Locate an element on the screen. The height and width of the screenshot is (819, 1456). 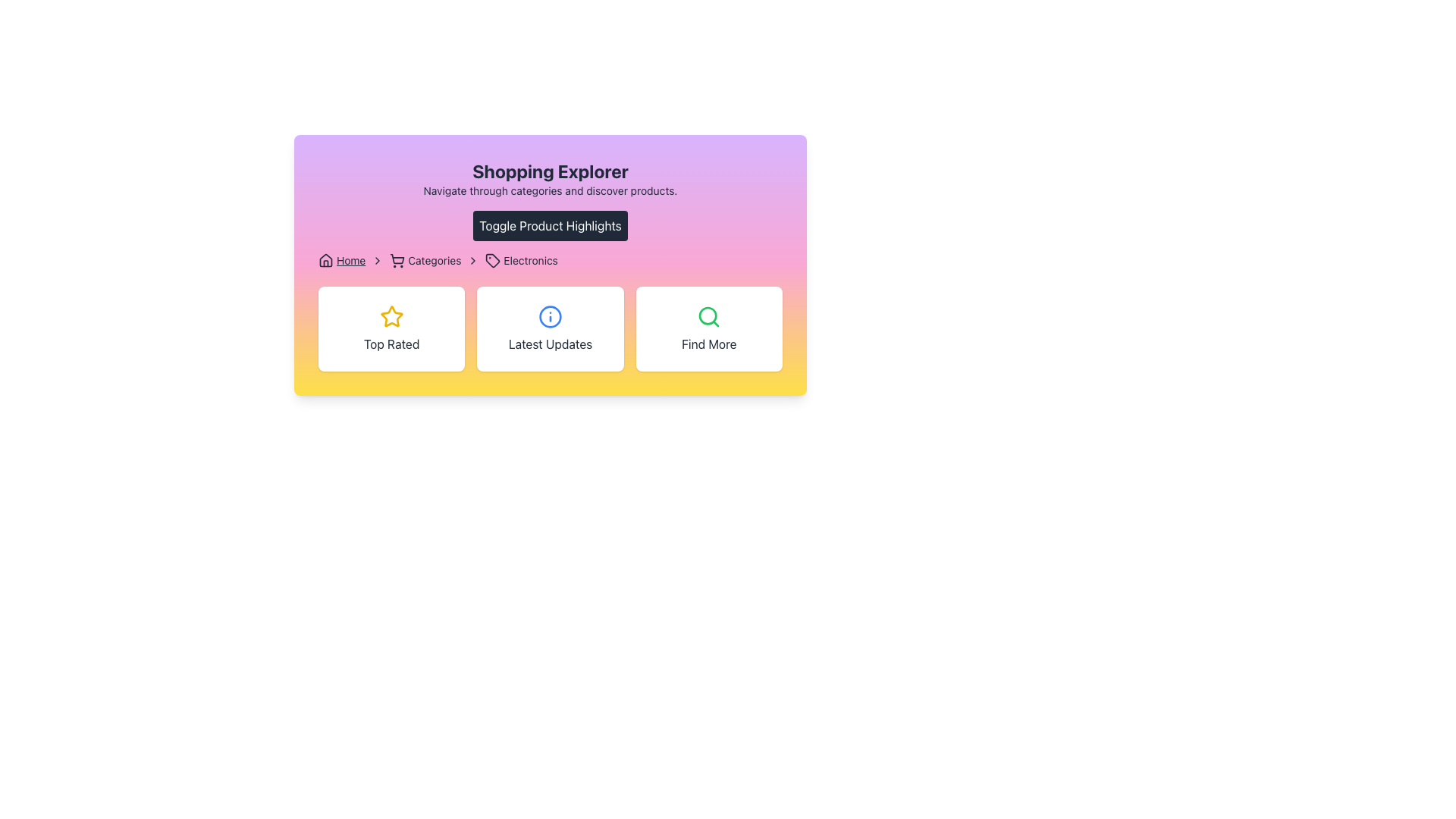
the 'top rated' icon located at the center of the card in the second row of the interface, positioned slightly above the text 'Top Rated' is located at coordinates (391, 315).